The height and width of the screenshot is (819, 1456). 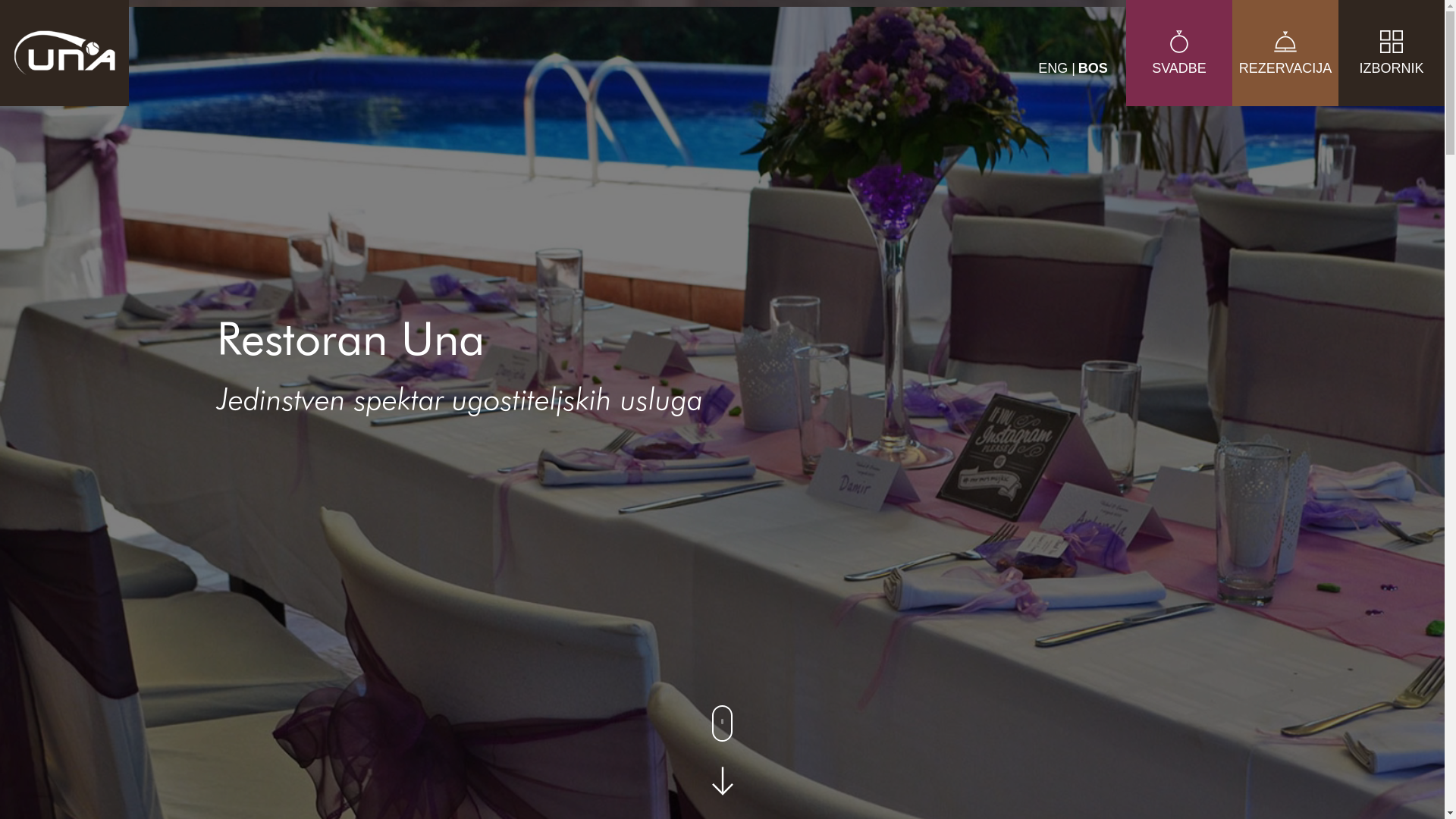 I want to click on 'ENG', so click(x=1054, y=67).